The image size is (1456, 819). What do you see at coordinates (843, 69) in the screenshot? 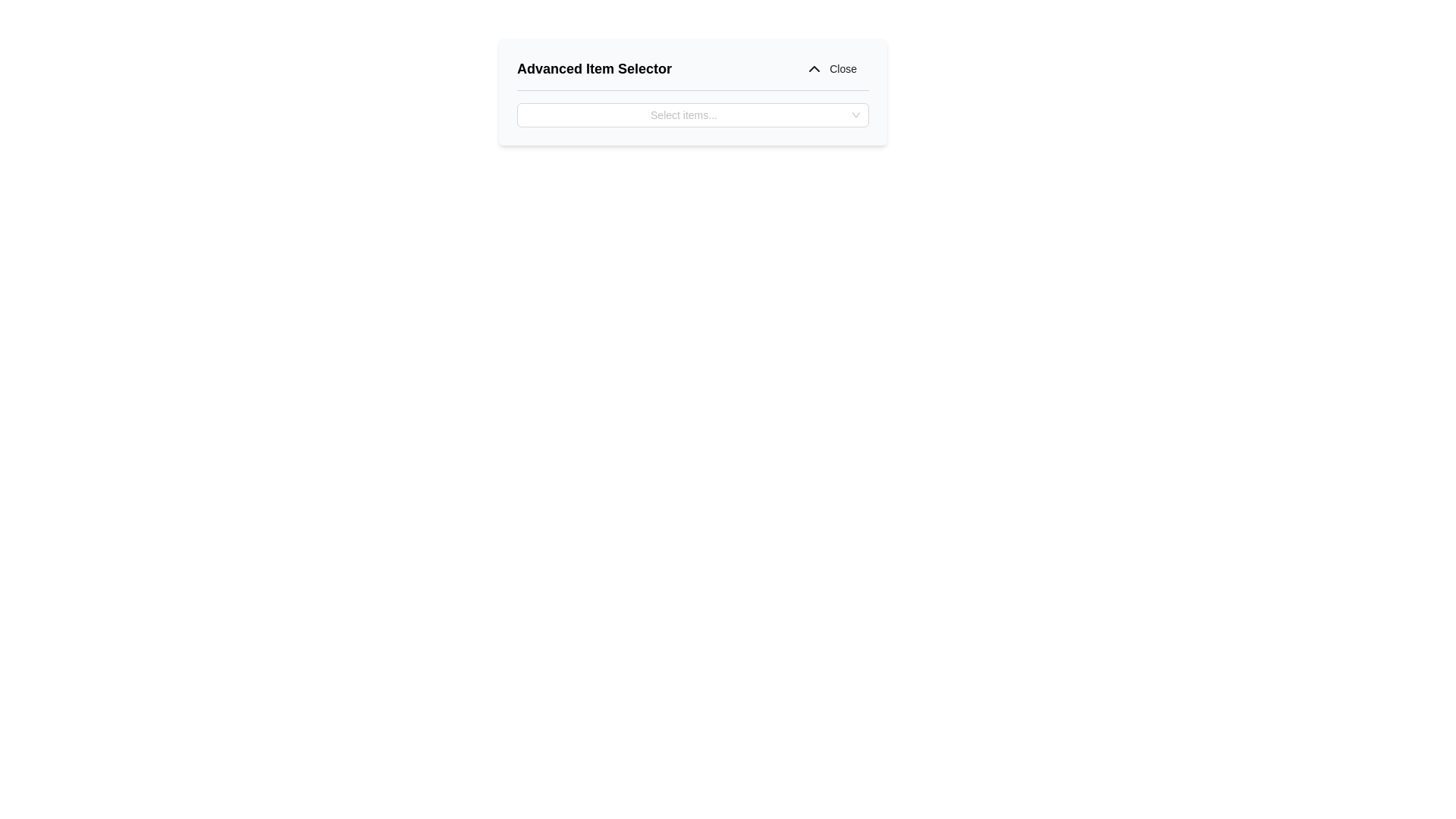
I see `the 'Close' button located at the upper right corner of the 'Advanced Item Selector' component for keyboard navigation` at bounding box center [843, 69].